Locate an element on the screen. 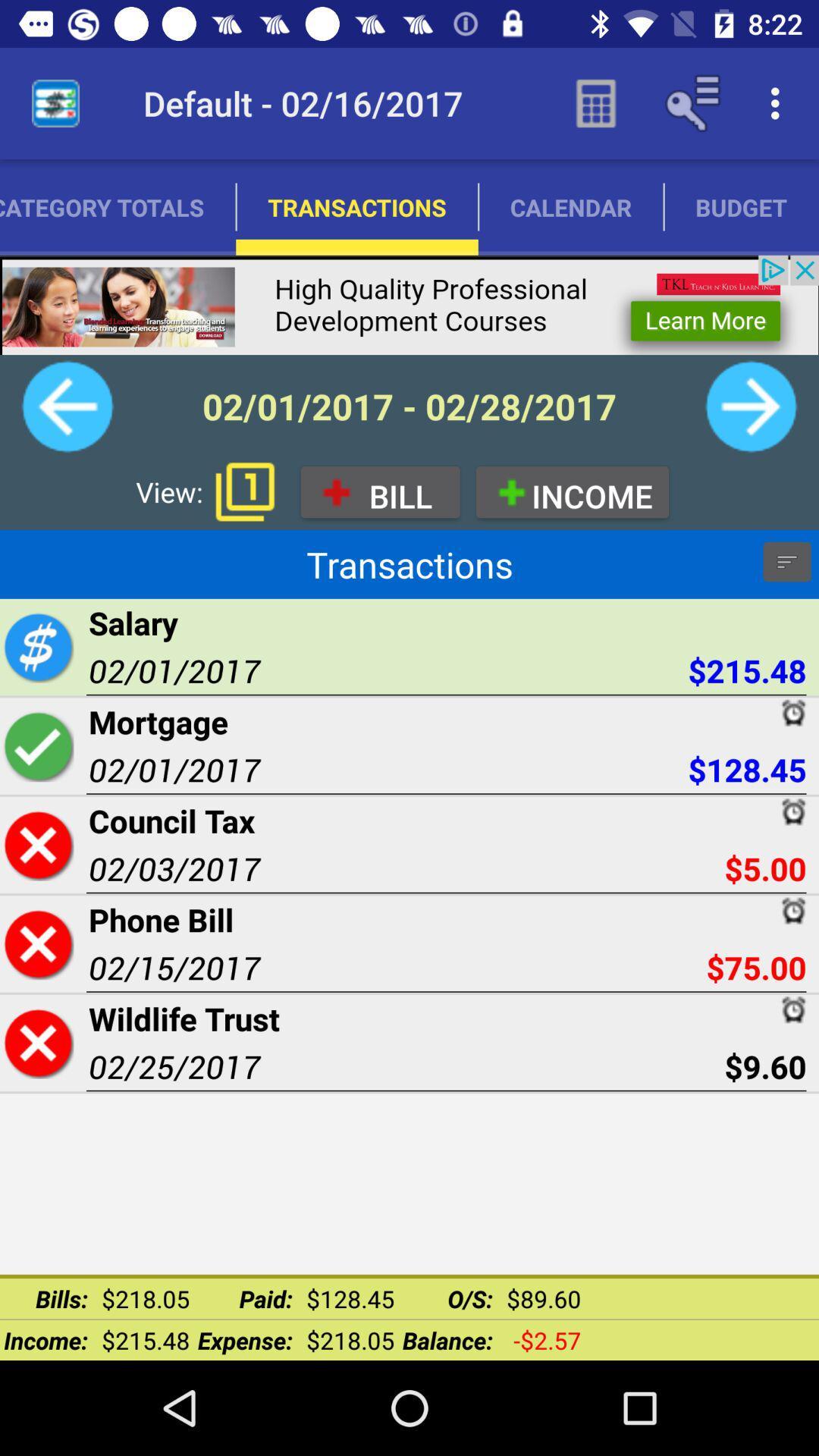 This screenshot has height=1456, width=819. settings is located at coordinates (786, 560).